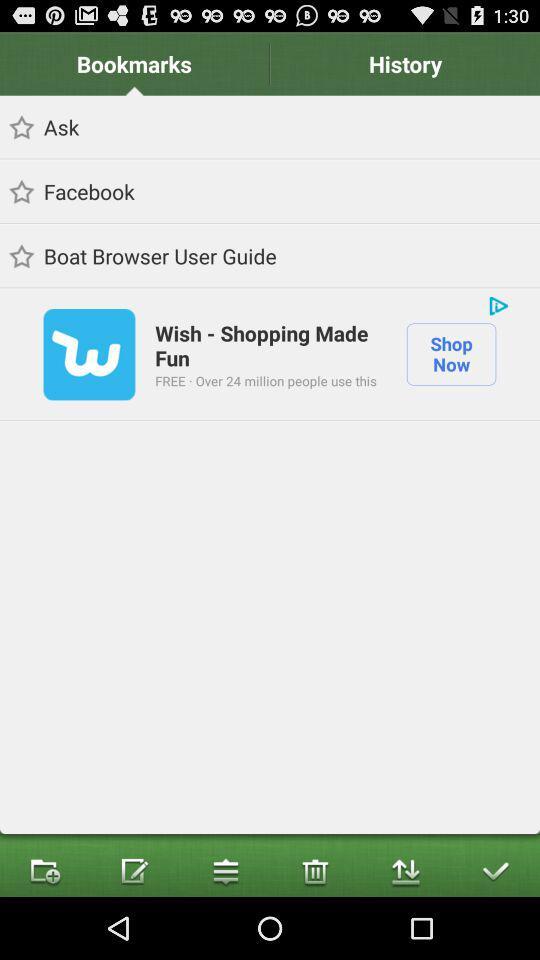  What do you see at coordinates (270, 345) in the screenshot?
I see `wish shopping made icon` at bounding box center [270, 345].